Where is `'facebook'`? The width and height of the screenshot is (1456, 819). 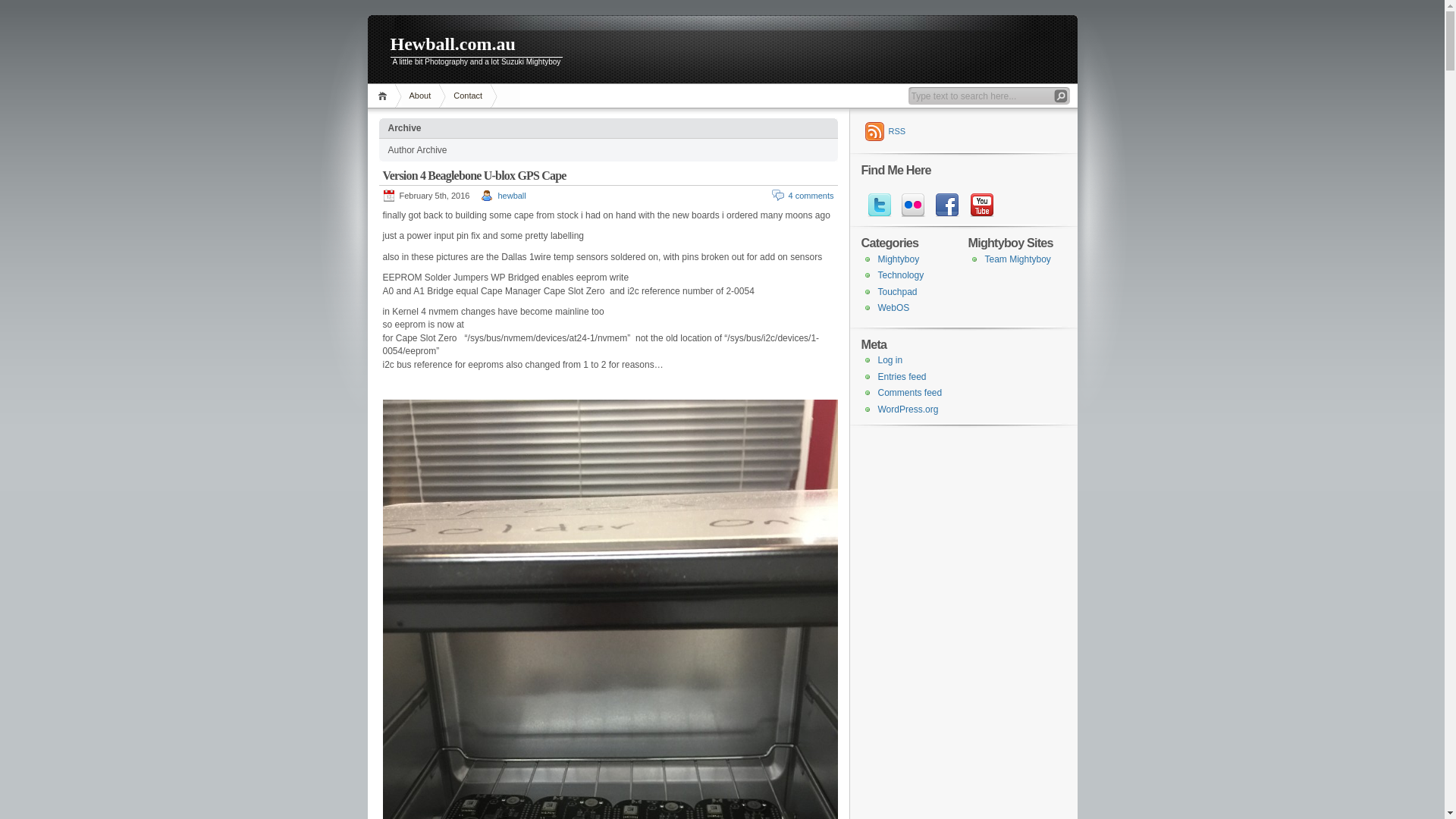 'facebook' is located at coordinates (928, 205).